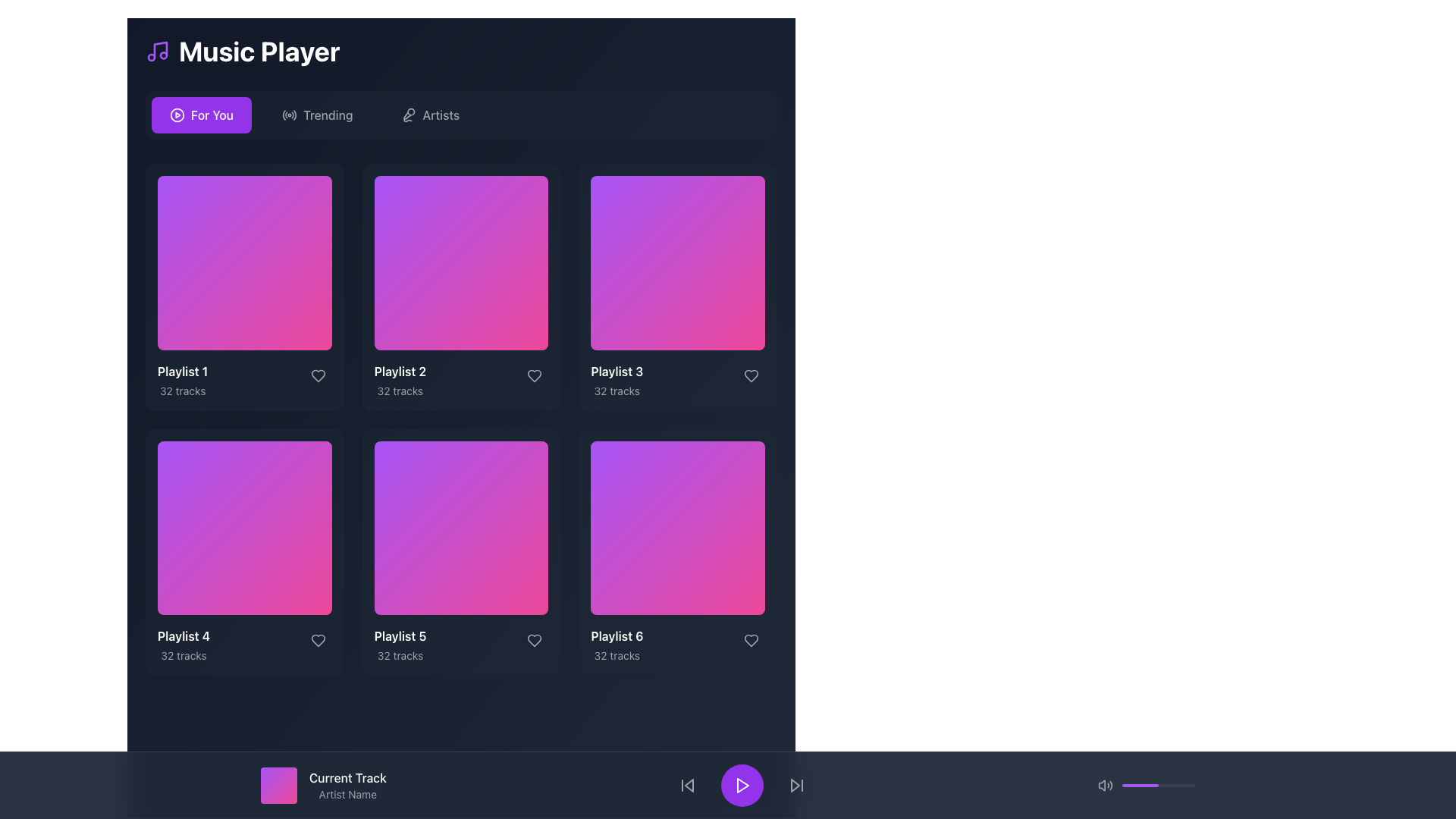 The width and height of the screenshot is (1456, 819). What do you see at coordinates (317, 641) in the screenshot?
I see `the fourth heart icon located in the bottom-right corner of the fourth playlist card to mark the playlist as a favorite` at bounding box center [317, 641].